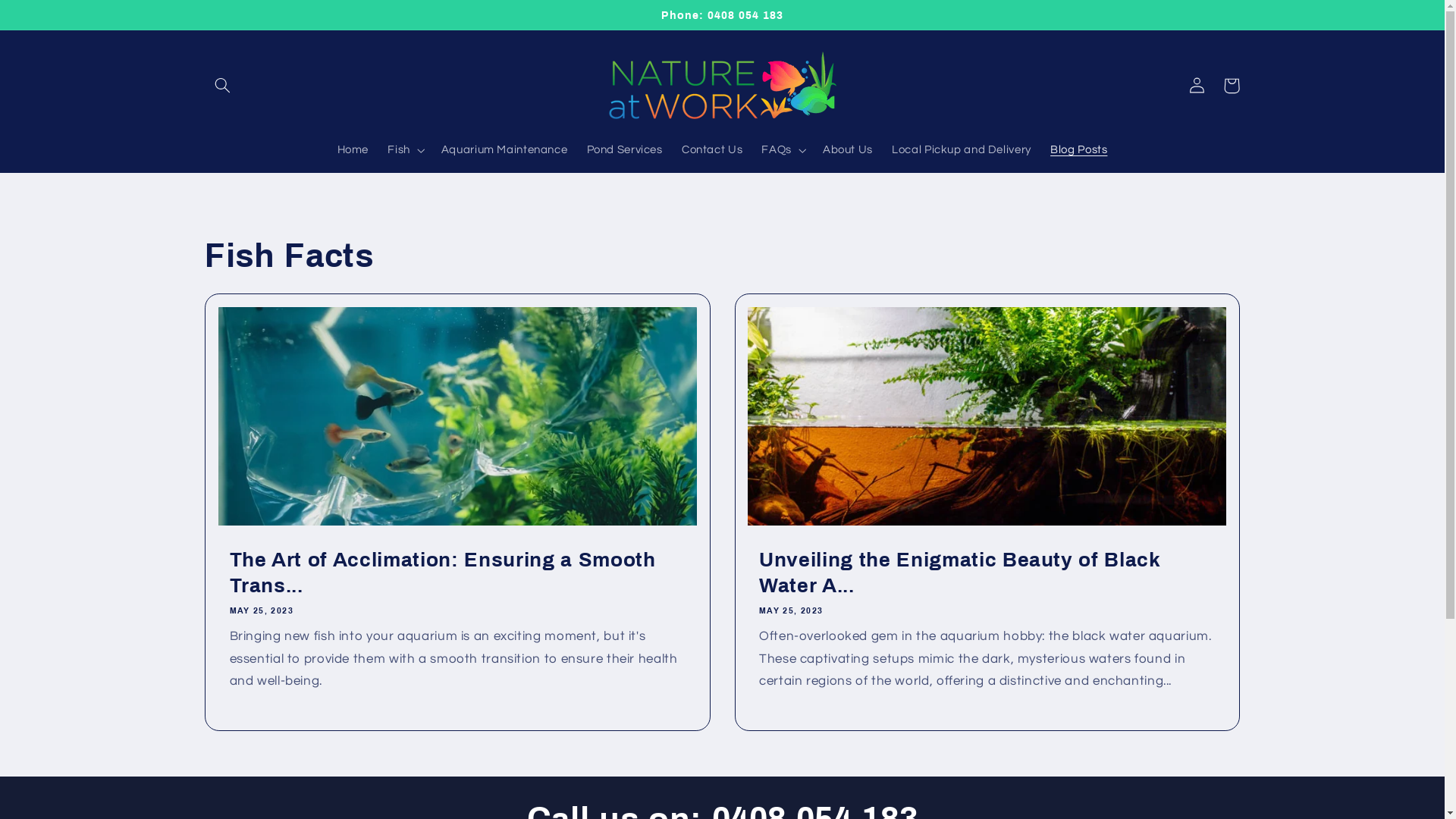 This screenshot has height=819, width=1456. Describe the element at coordinates (671, 149) in the screenshot. I see `'Contact Us'` at that location.